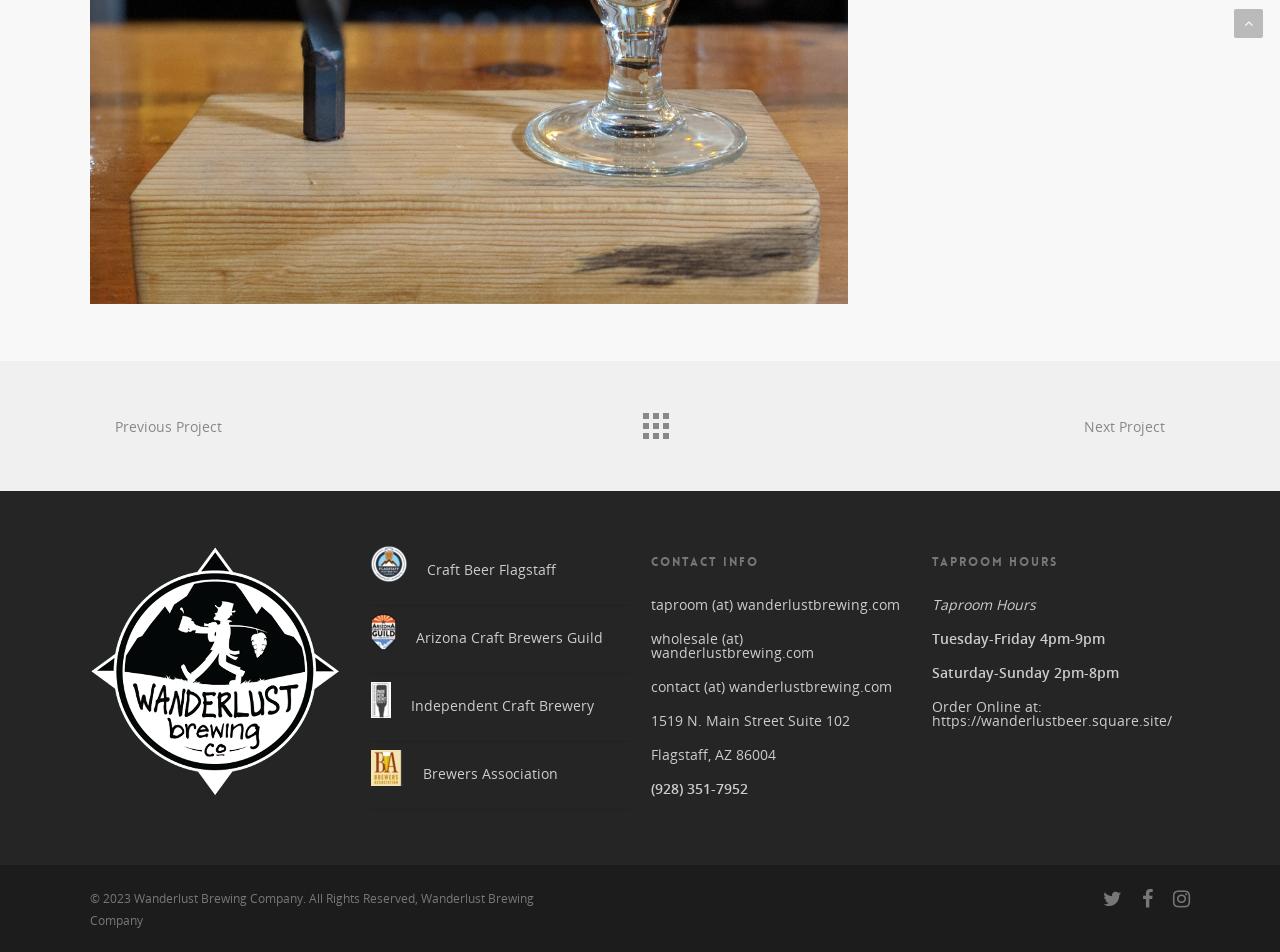  Describe the element at coordinates (770, 678) in the screenshot. I see `'contact (at) wanderlustbrewing.com'` at that location.